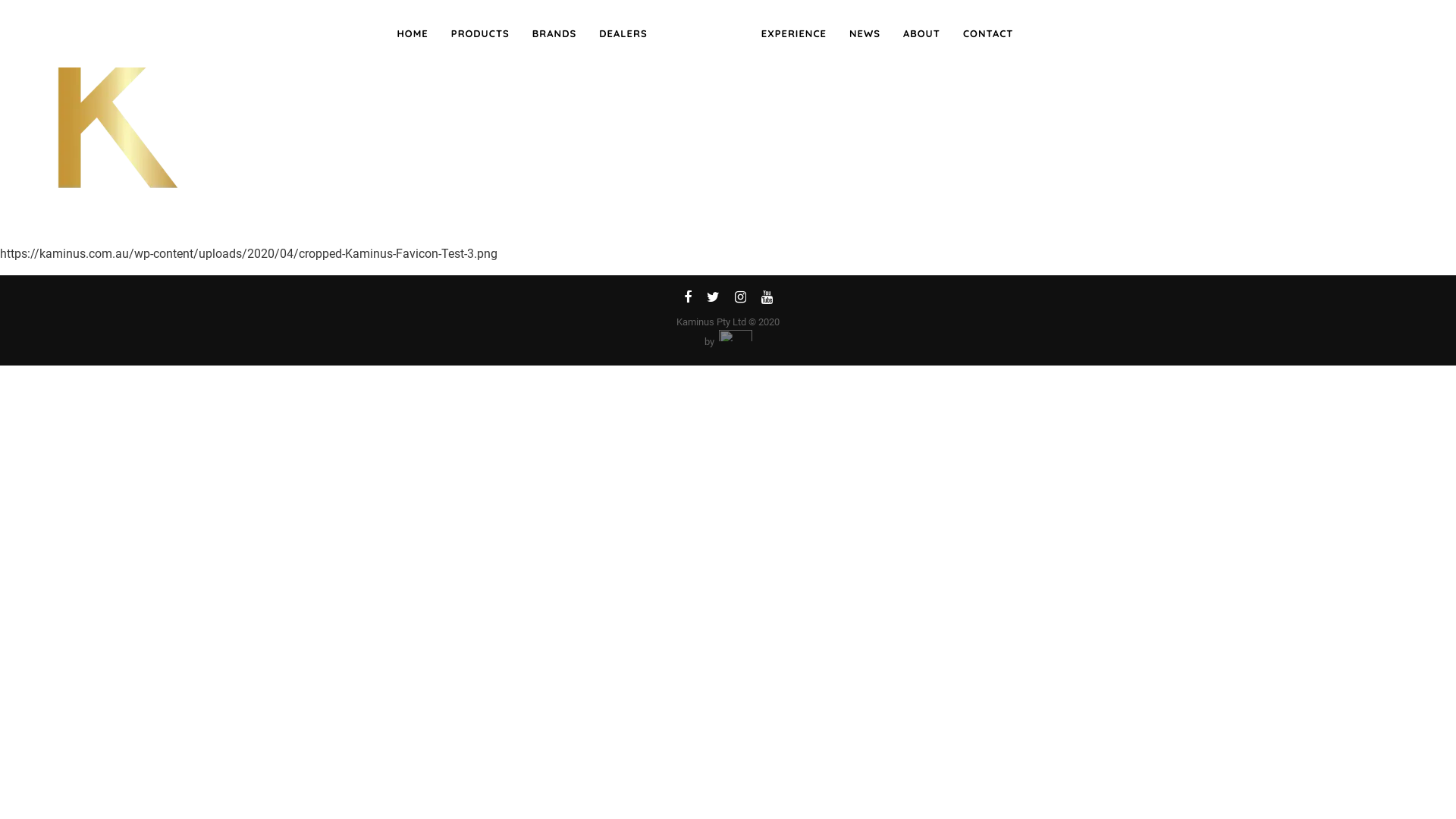 Image resolution: width=1456 pixels, height=819 pixels. Describe the element at coordinates (864, 34) in the screenshot. I see `'NEWS'` at that location.